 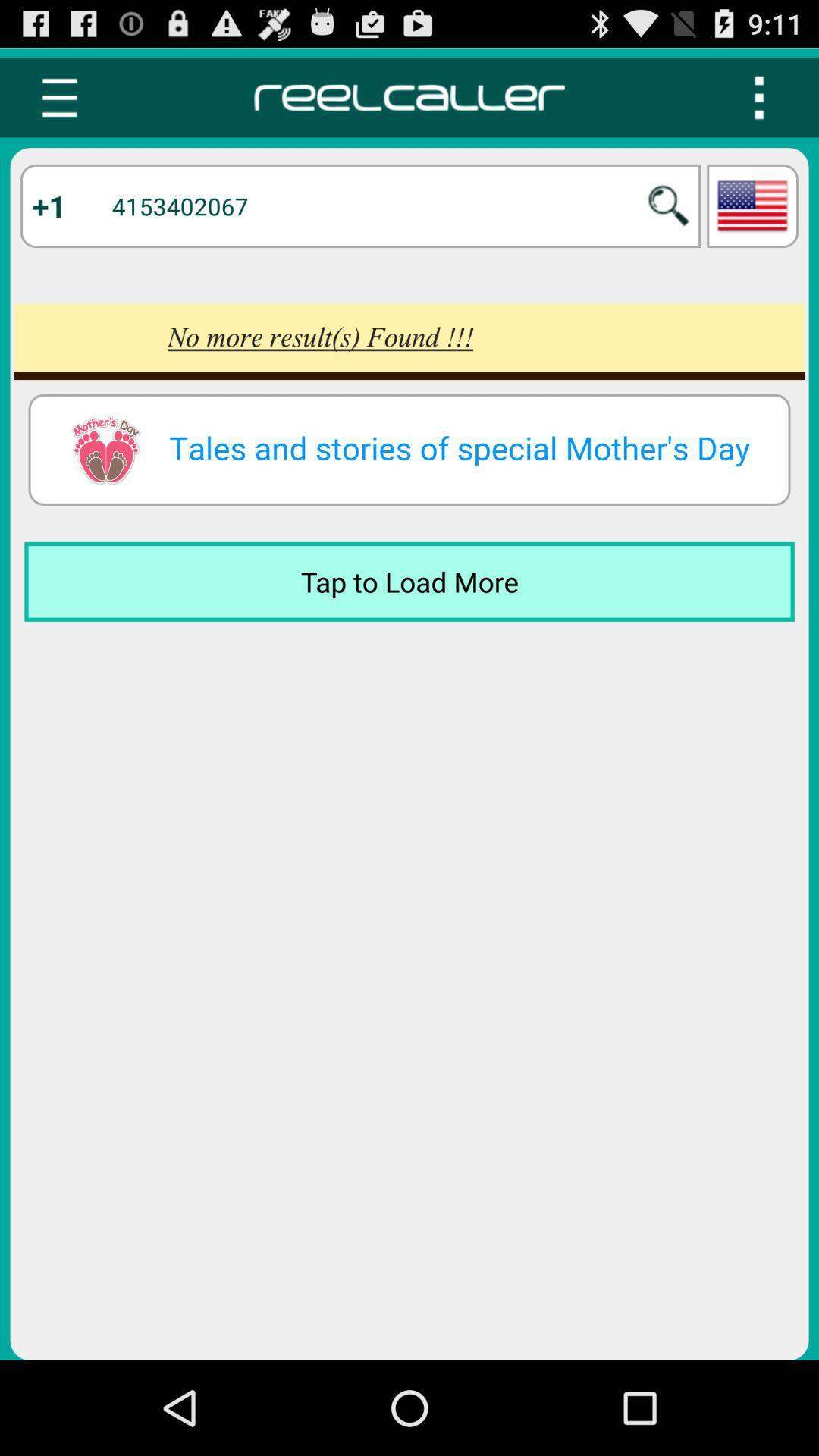 What do you see at coordinates (752, 219) in the screenshot?
I see `the national_flag icon` at bounding box center [752, 219].